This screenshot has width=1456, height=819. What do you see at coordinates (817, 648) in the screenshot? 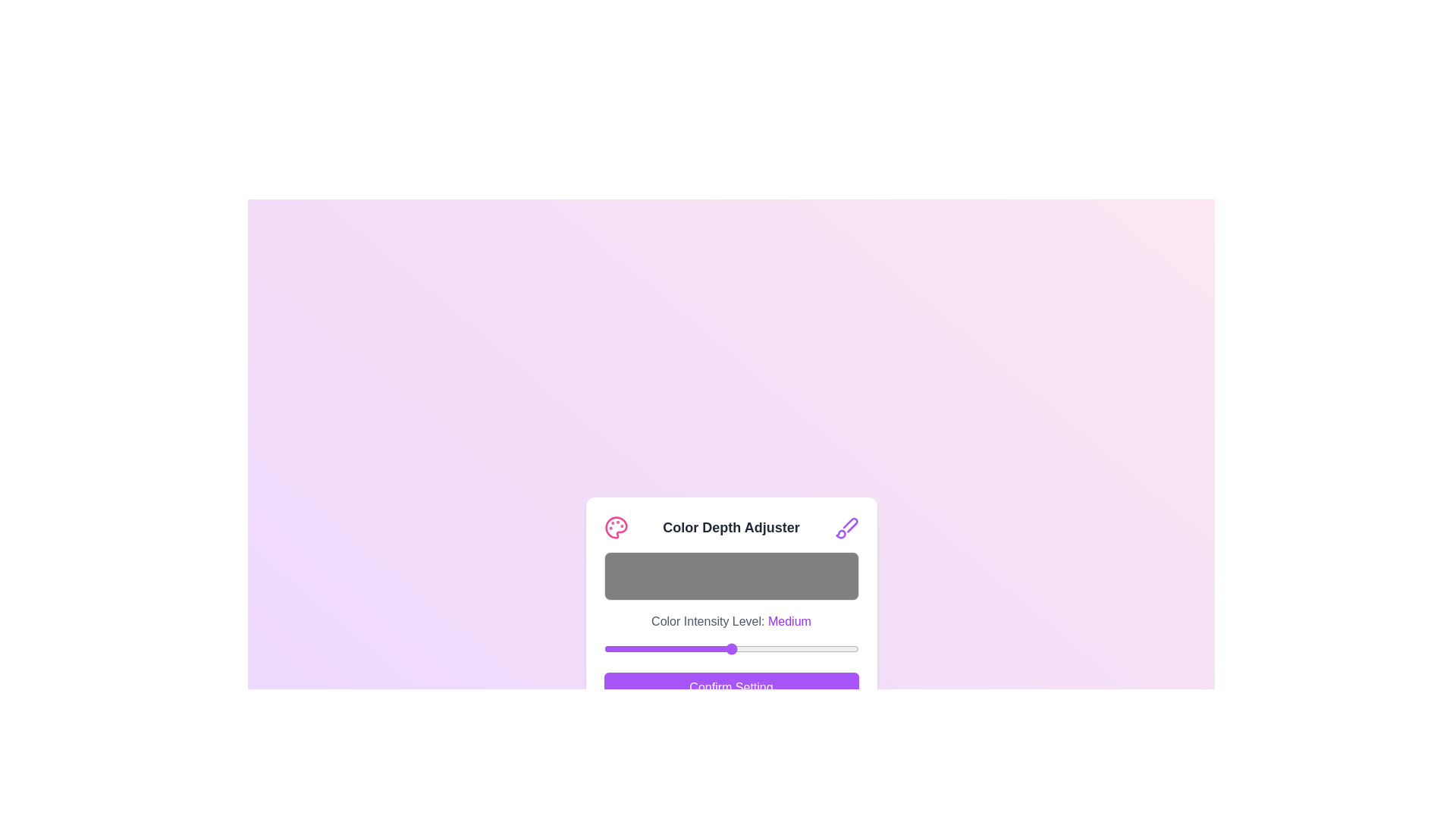
I see `the color intensity slider to 214 where 214 is a value between 0 and 255` at bounding box center [817, 648].